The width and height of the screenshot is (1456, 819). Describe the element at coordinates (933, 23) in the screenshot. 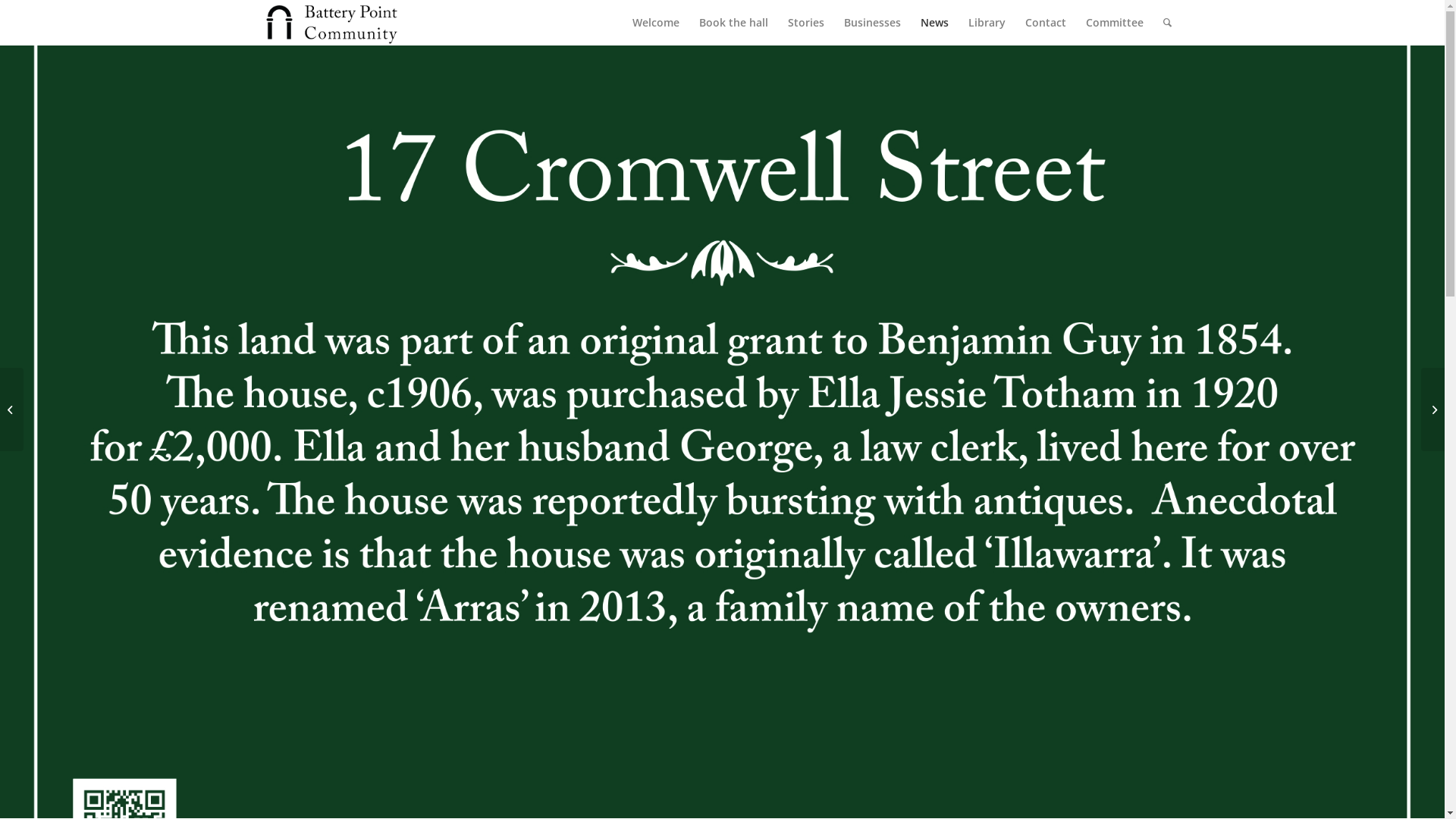

I see `'News'` at that location.